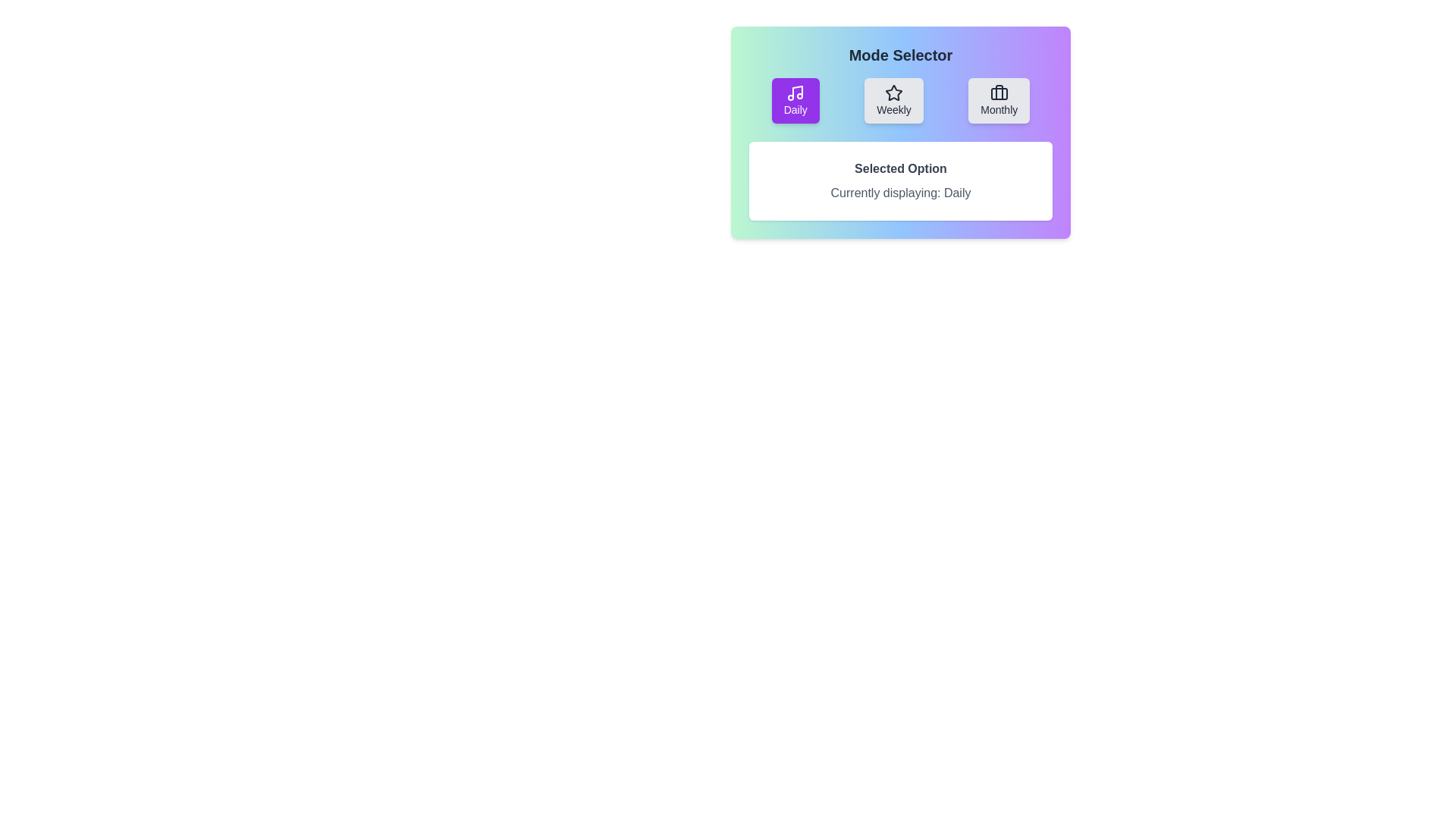 The image size is (1456, 819). I want to click on the Static Text element displaying 'Currently displaying: Daily', which is styled in gray and located below the 'Selected Option' heading in the 'Mode Selector' section, so click(901, 192).